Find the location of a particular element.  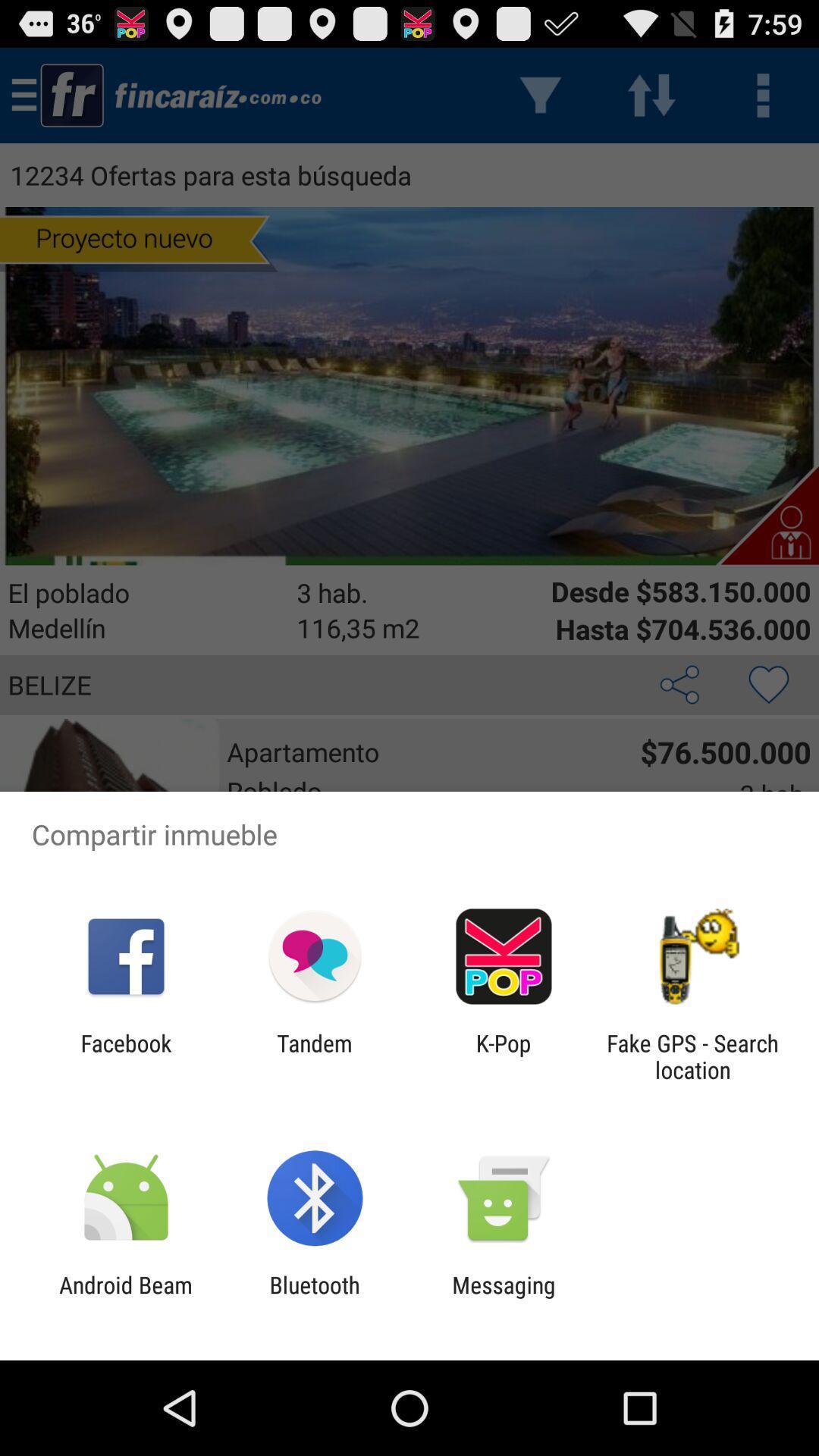

the app to the right of bluetooth app is located at coordinates (504, 1298).